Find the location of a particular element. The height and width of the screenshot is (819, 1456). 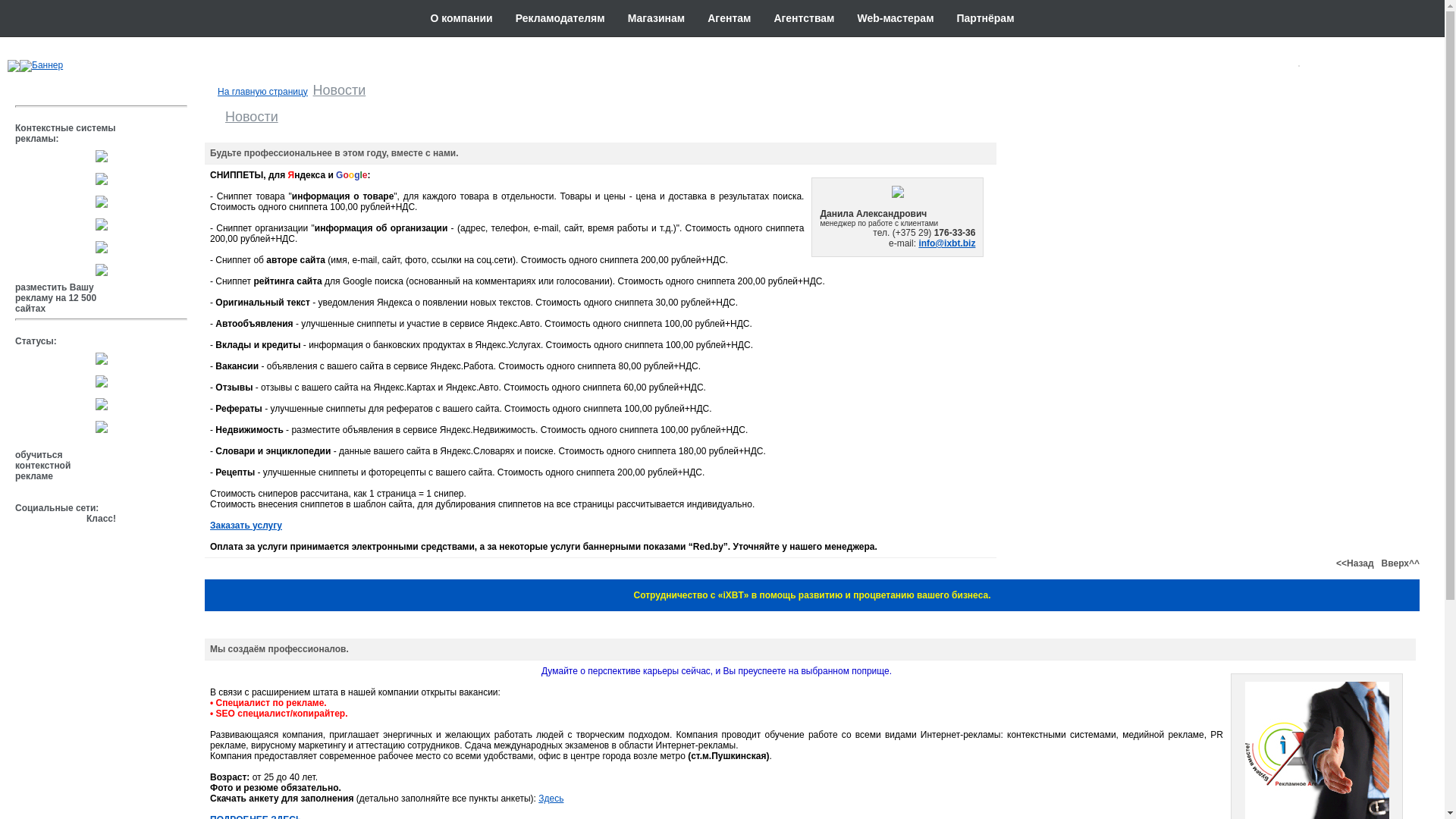

'info@ixbt.biz' is located at coordinates (946, 242).